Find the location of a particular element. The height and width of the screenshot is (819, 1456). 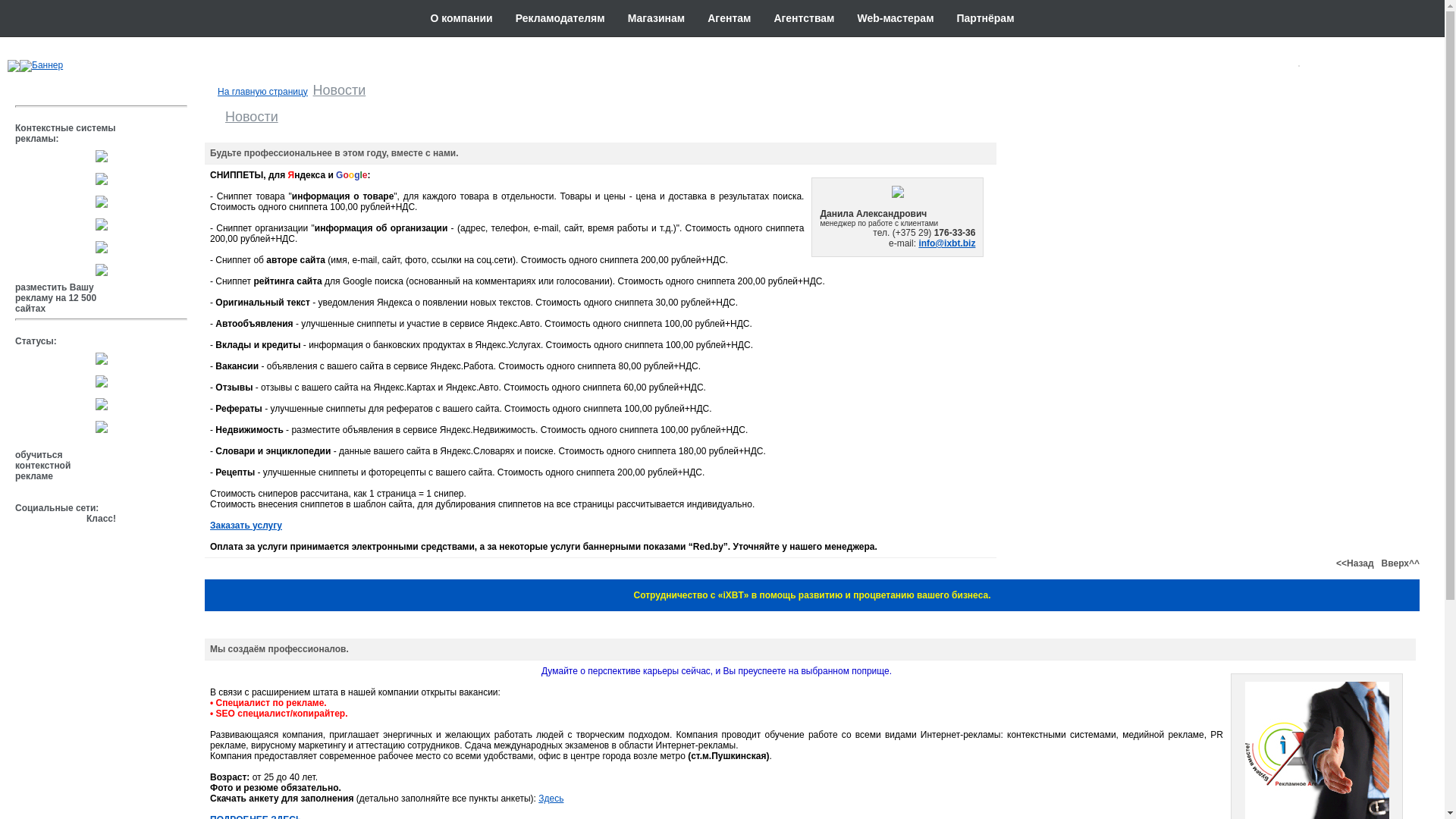

'info@ixbt.biz' is located at coordinates (946, 242).